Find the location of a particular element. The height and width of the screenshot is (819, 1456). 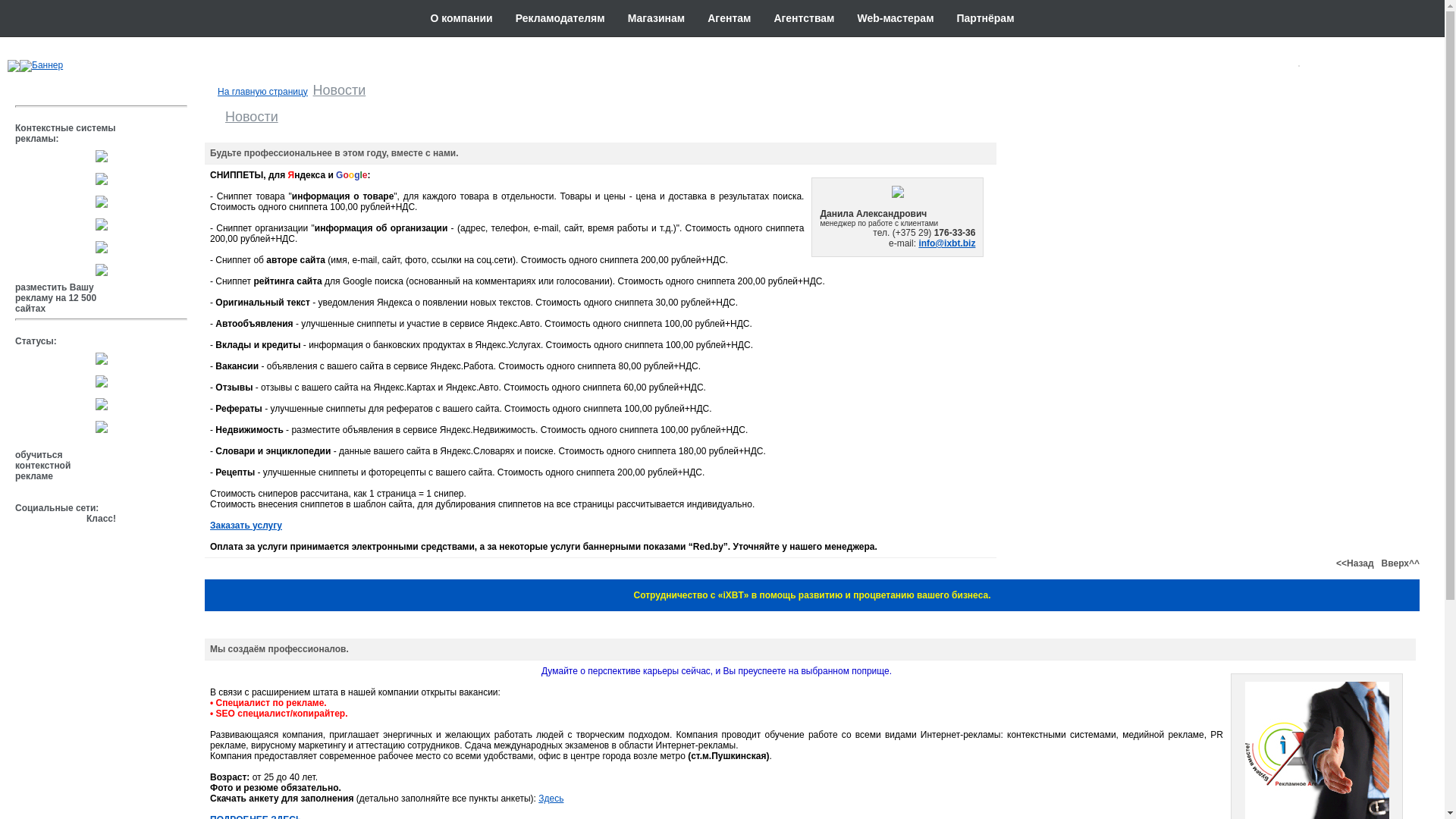

'info@ixbt.biz' is located at coordinates (946, 242).